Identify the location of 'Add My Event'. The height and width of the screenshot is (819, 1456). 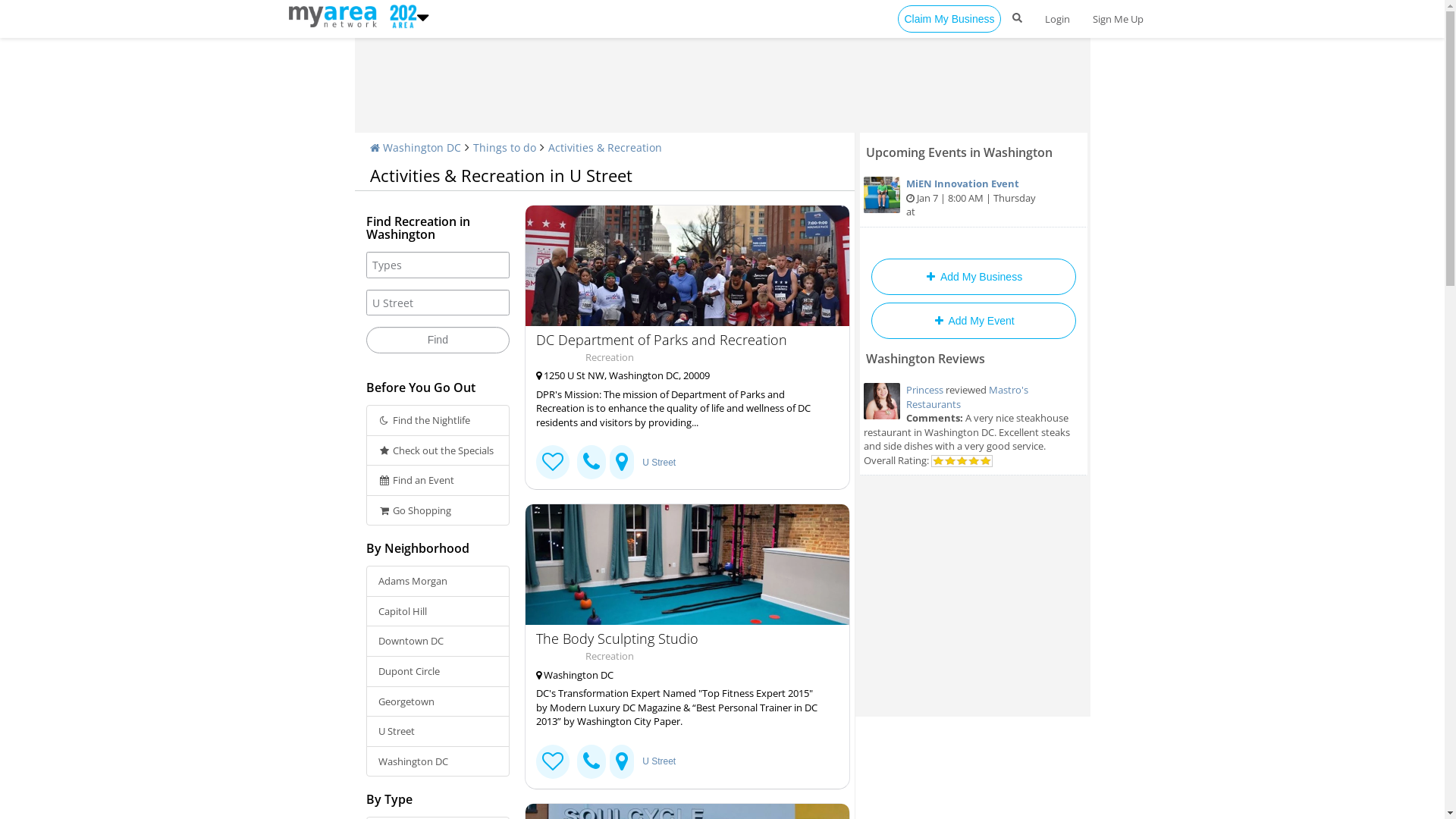
(972, 320).